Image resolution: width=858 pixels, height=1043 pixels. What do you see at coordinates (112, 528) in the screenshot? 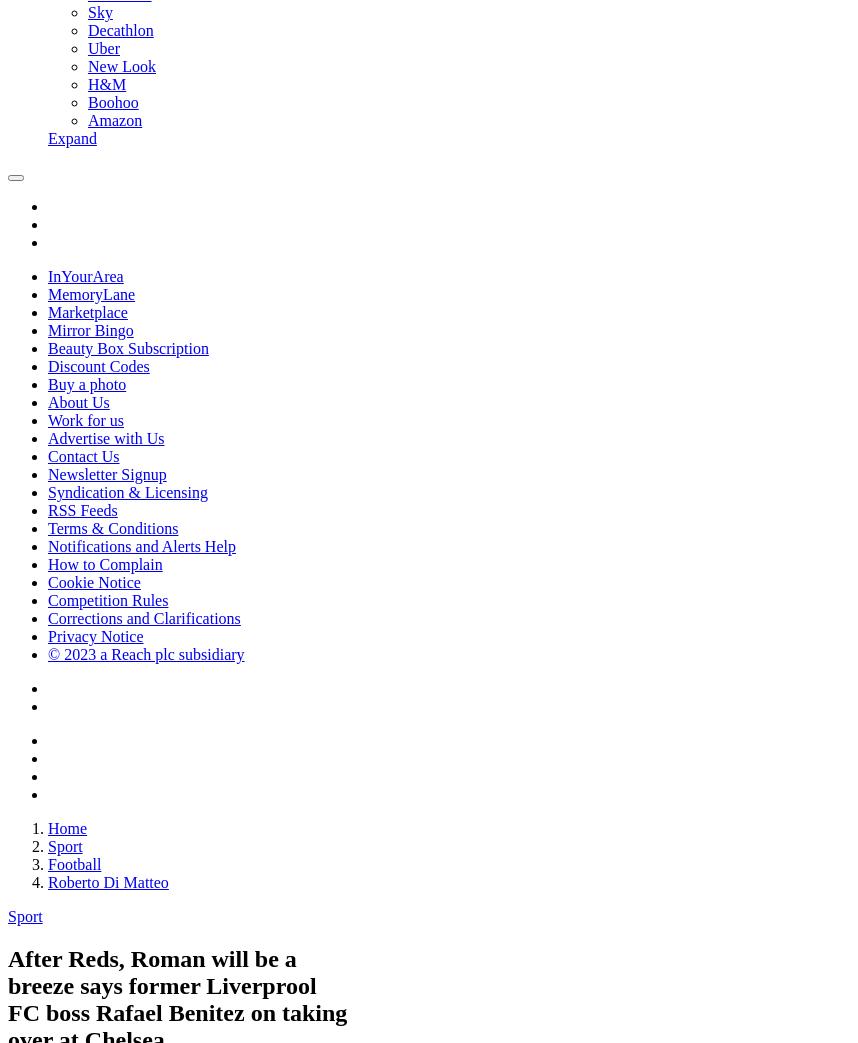
I see `'Terms & Conditions'` at bounding box center [112, 528].